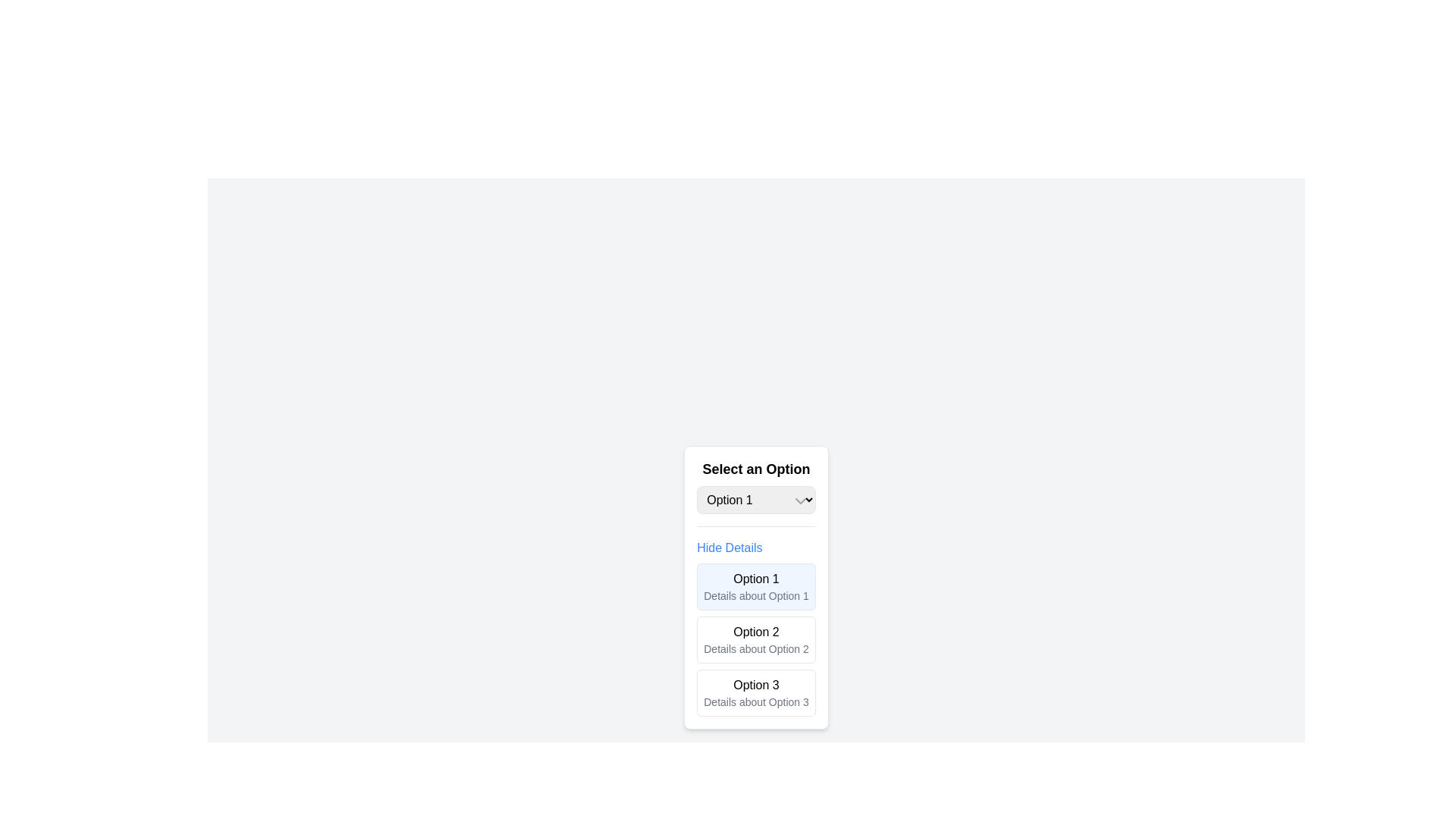 This screenshot has height=819, width=1456. What do you see at coordinates (756, 685) in the screenshot?
I see `the text label for 'Option 3' that identifies this choice within the modal interface` at bounding box center [756, 685].